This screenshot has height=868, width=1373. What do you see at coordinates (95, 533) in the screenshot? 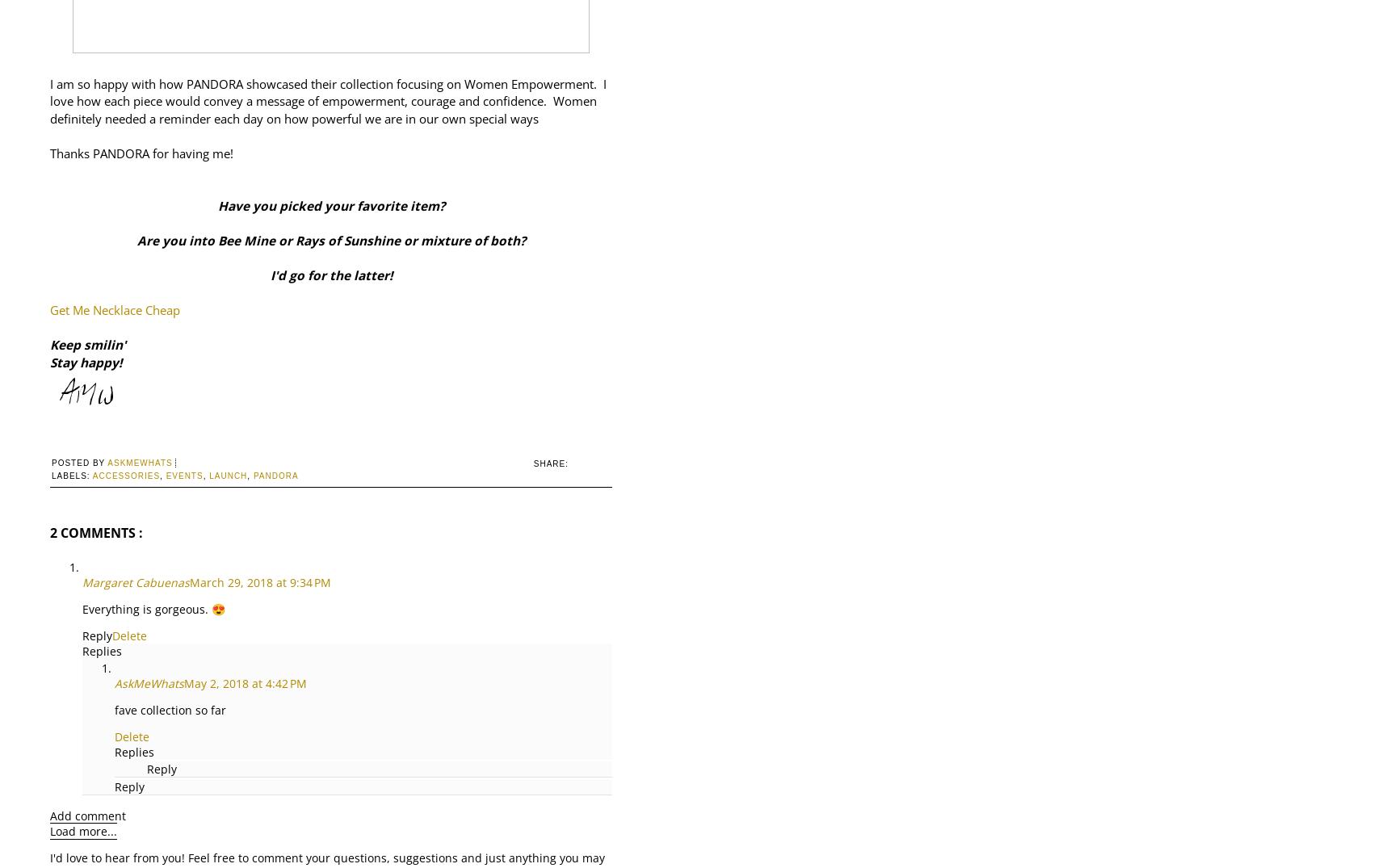
I see `'2 comments
                                    :'` at bounding box center [95, 533].